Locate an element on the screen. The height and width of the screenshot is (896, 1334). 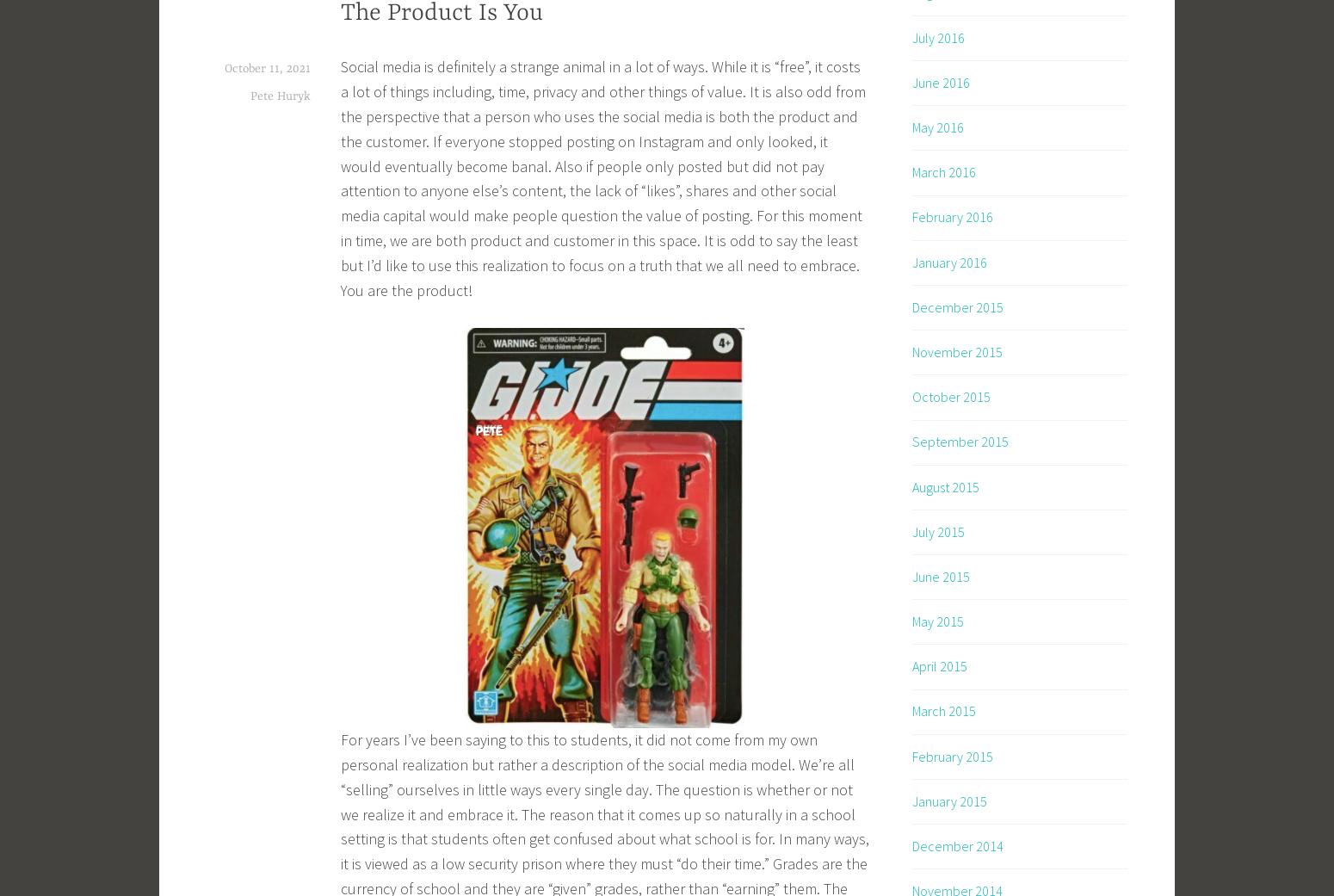
'October 11, 2021' is located at coordinates (267, 67).